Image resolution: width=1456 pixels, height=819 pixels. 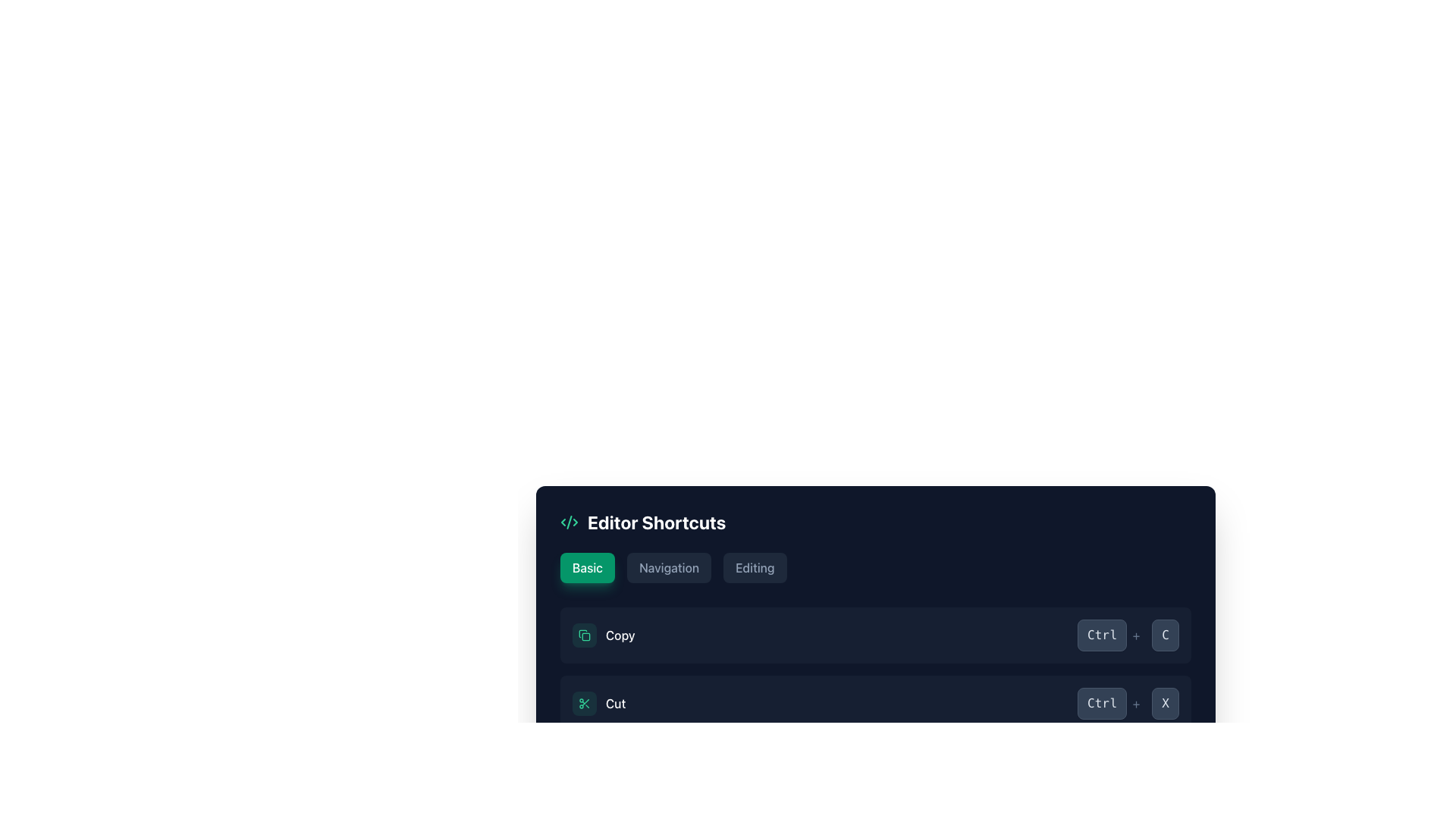 I want to click on the 'Ctrl' button styled element, which resembles a keyboard key and is part of the 'Ctrl+X' shortcut representation at the lower portion of the interface, so click(x=1112, y=704).